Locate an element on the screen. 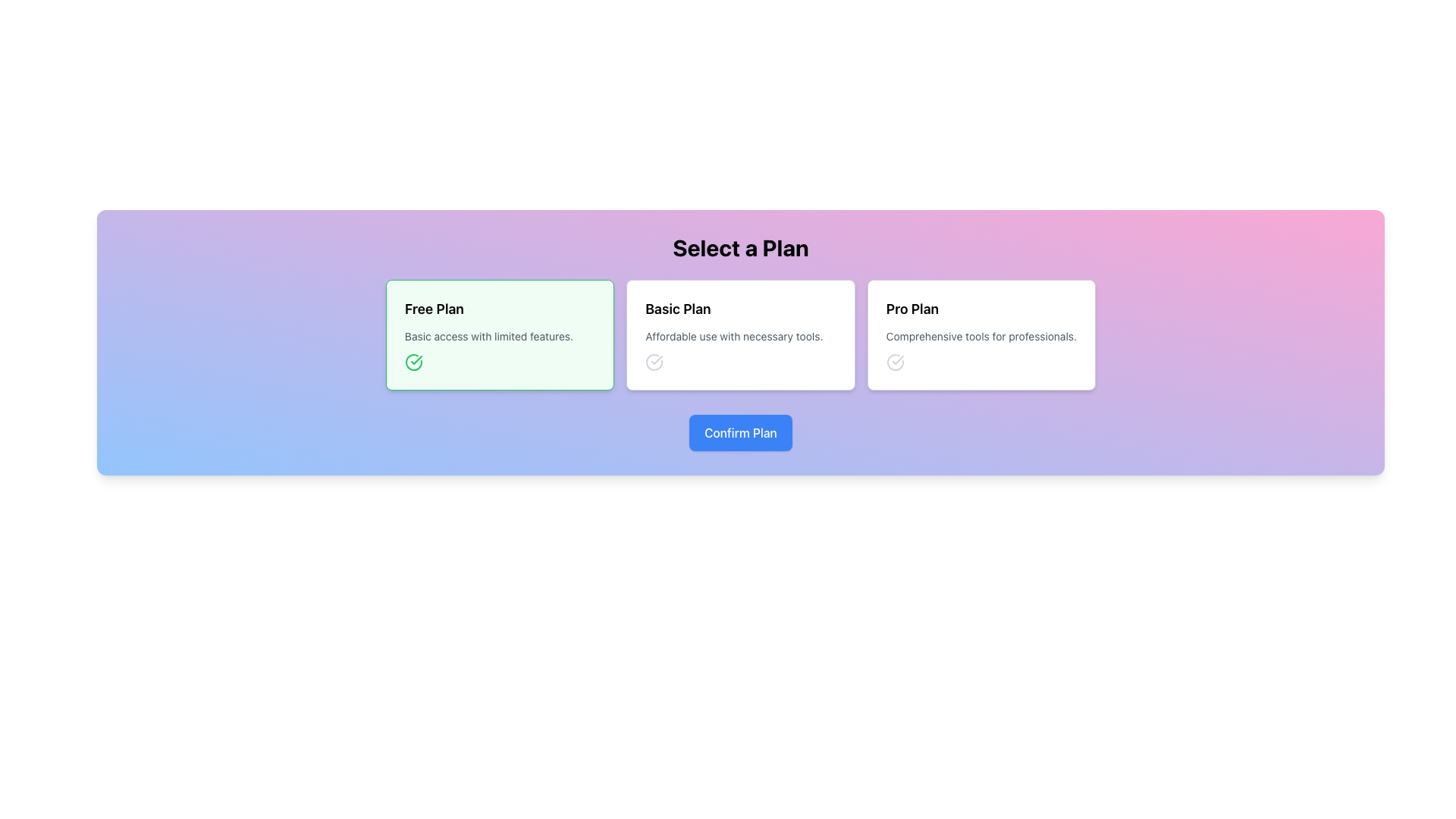 Image resolution: width=1456 pixels, height=819 pixels. the circular icon with a checkmark inside it located at the bottom-right area of the 'Pro Plan' card, adjacent to the text 'Comprehensive tools for professionals.' is located at coordinates (895, 362).